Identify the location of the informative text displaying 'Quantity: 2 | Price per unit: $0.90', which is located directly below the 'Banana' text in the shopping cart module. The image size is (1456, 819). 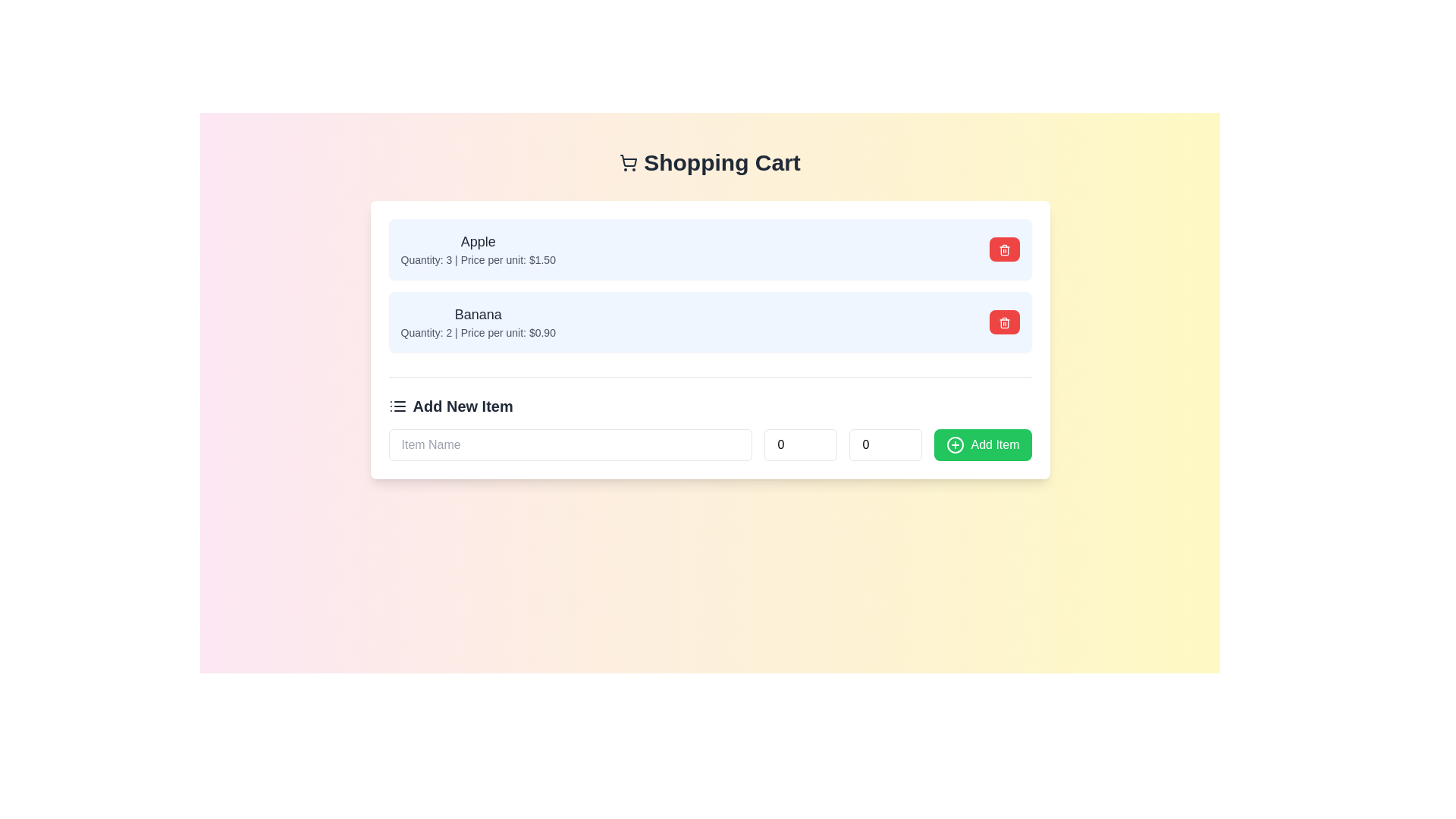
(477, 332).